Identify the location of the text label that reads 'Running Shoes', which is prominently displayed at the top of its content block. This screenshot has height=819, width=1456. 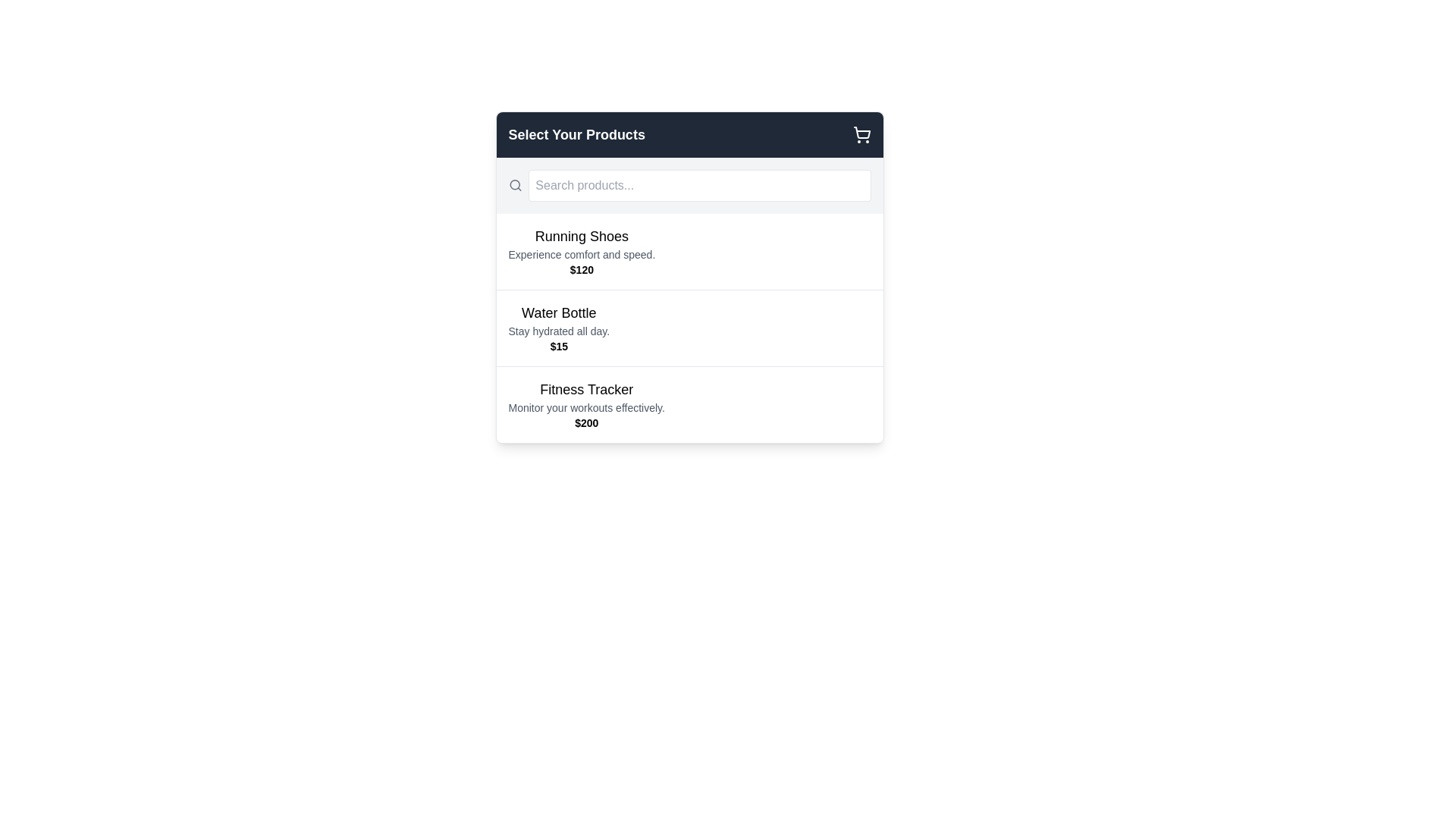
(581, 237).